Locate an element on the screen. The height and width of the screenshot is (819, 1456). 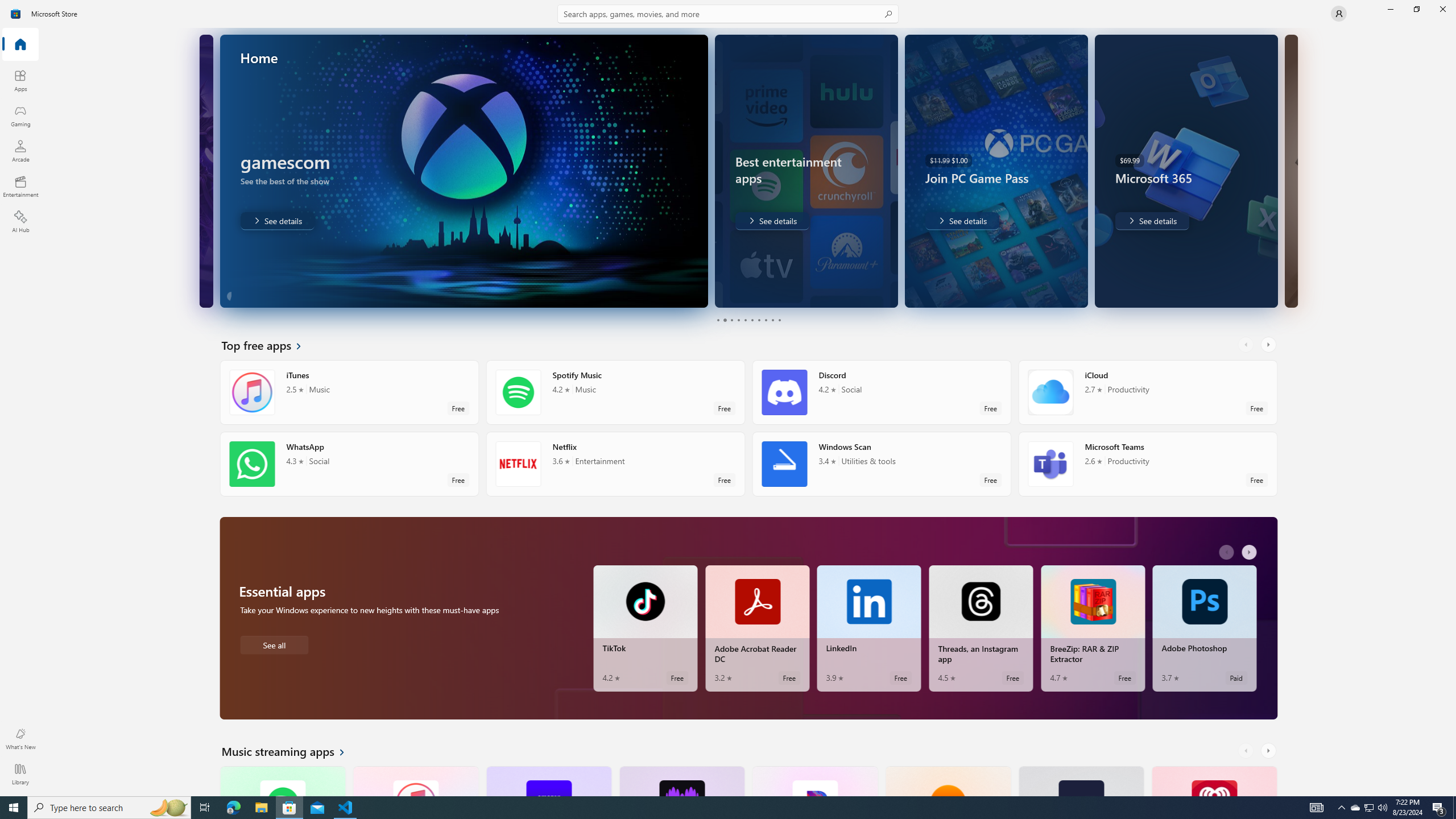
'Discord. Average rating of 4.2 out of five stars. Free  ' is located at coordinates (881, 392).